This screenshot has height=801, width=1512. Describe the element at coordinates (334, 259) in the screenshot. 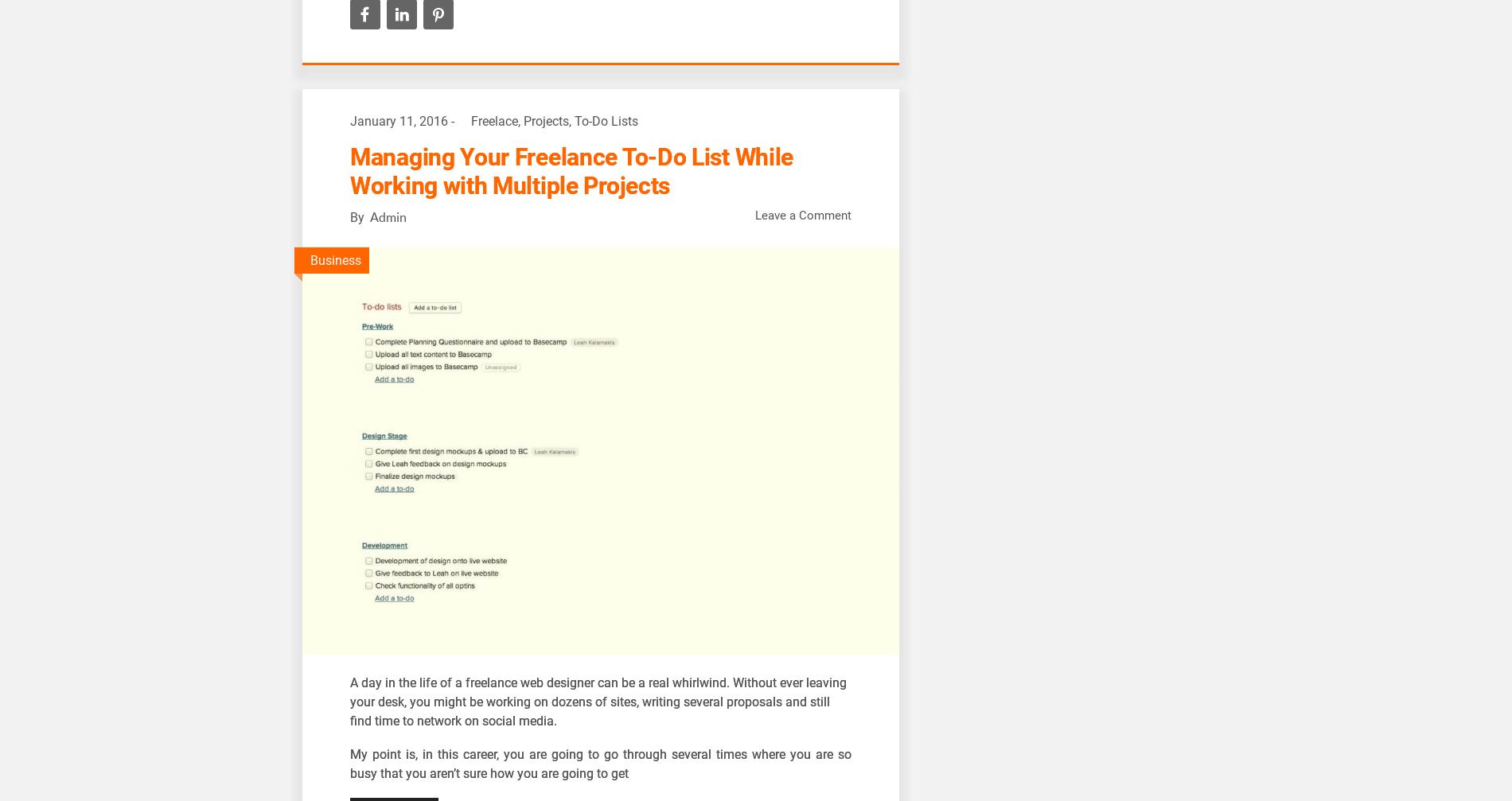

I see `'Business'` at that location.